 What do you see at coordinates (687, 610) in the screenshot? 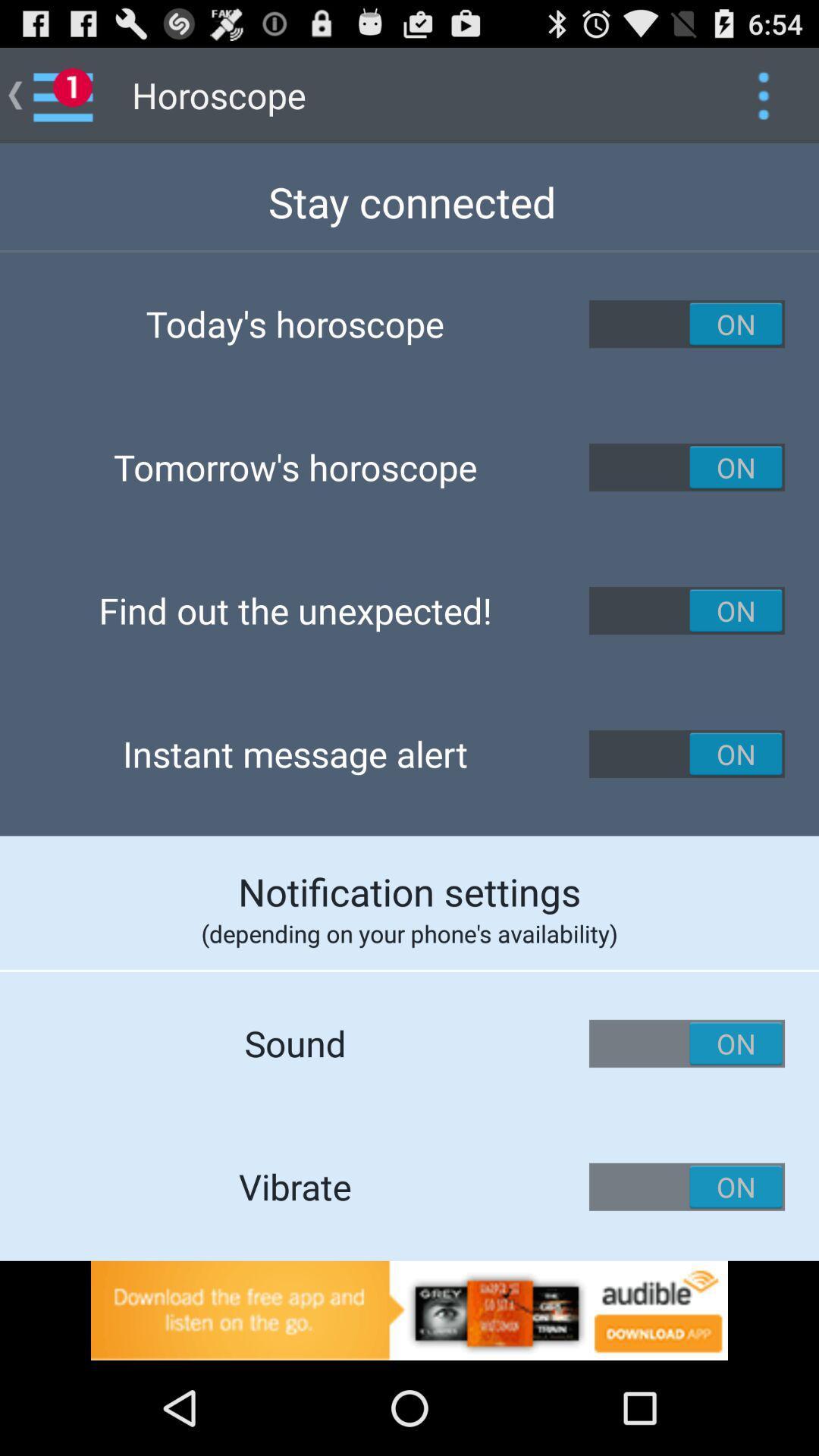
I see `activate the option find out the unexpected` at bounding box center [687, 610].